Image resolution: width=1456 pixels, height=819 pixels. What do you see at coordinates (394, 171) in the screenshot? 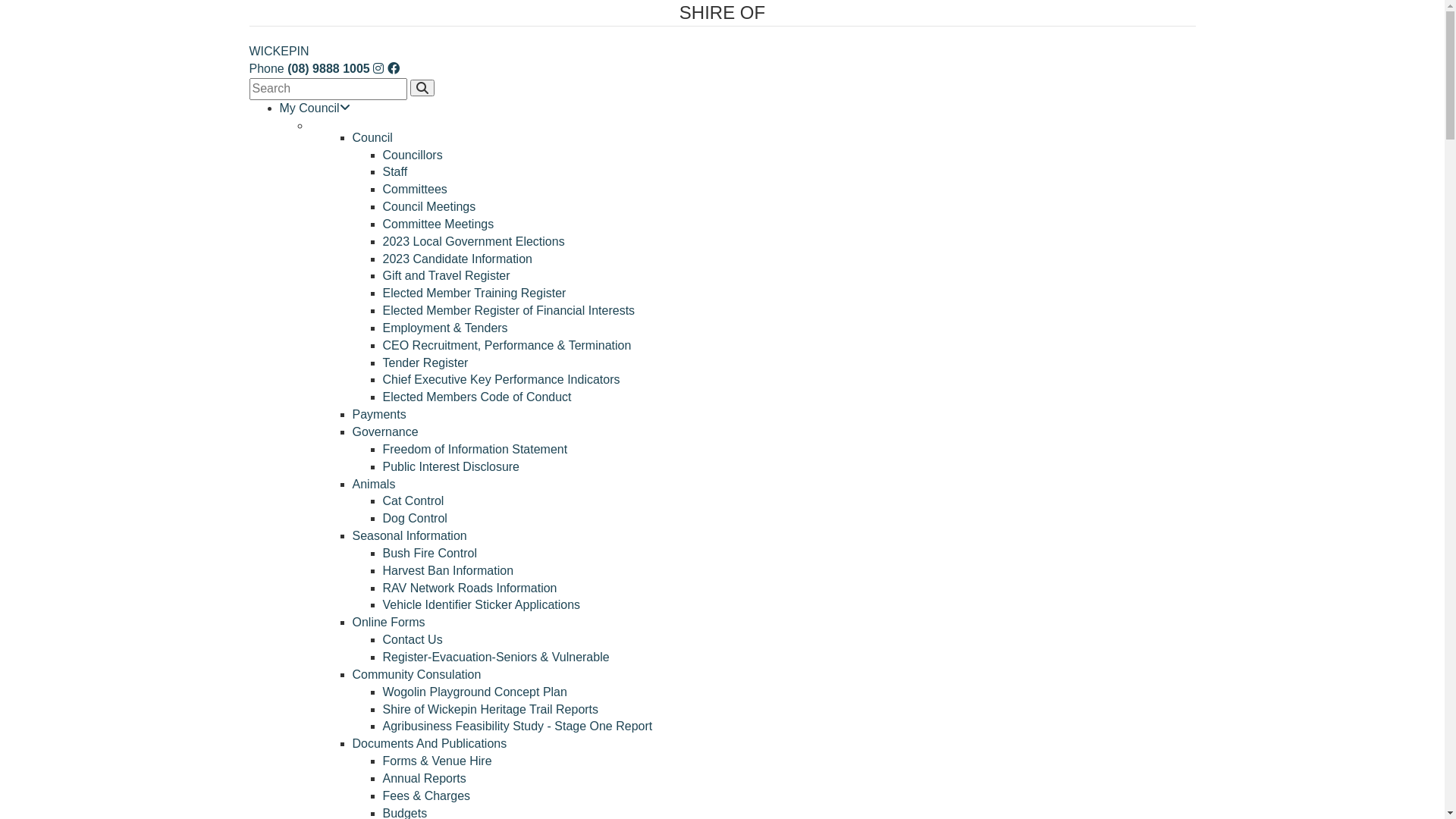
I see `'Staff'` at bounding box center [394, 171].